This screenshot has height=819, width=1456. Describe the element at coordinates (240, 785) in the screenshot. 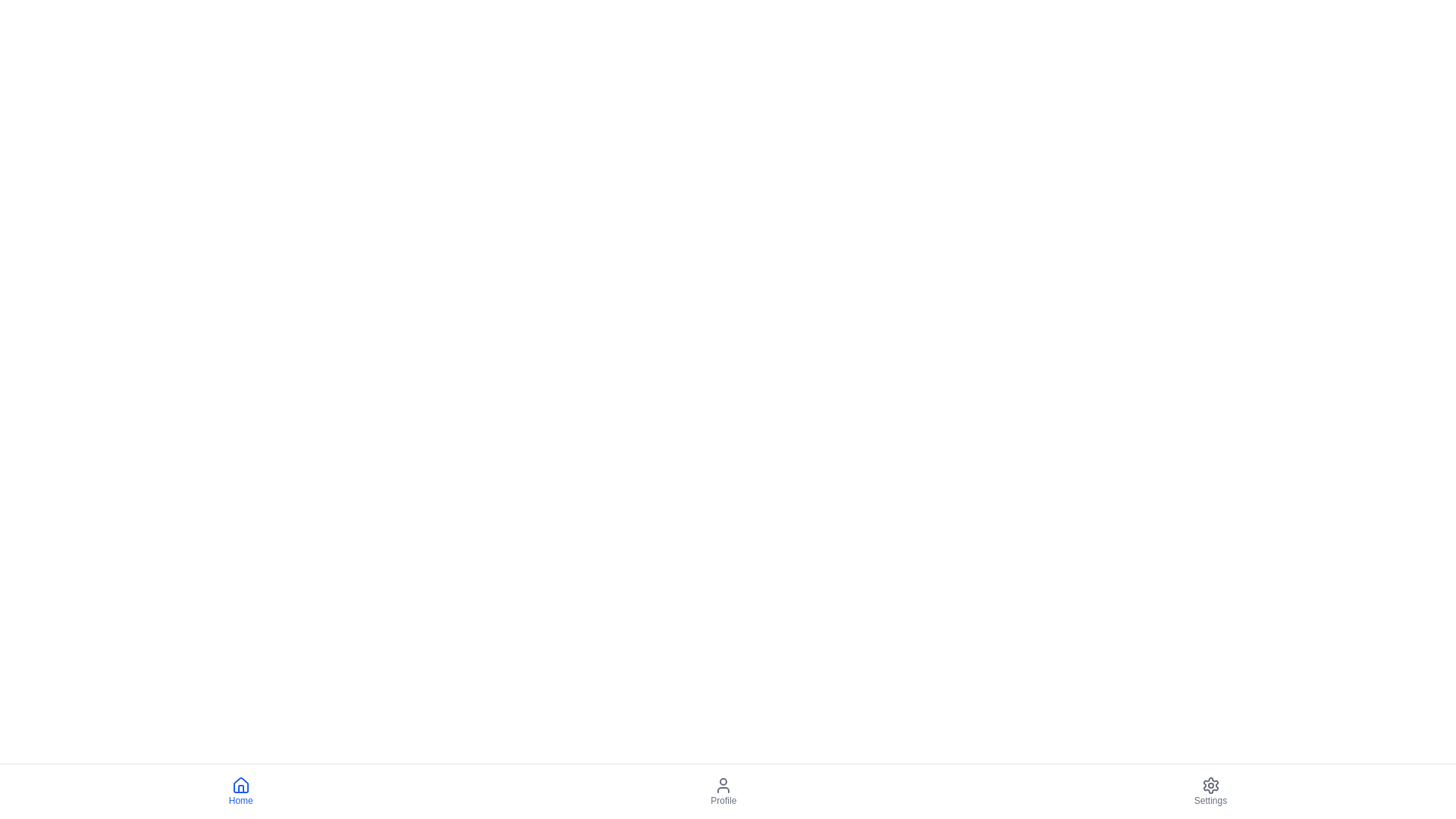

I see `the 'Home' icon, which is a house icon located in the bottom-left section of the navigation bar` at that location.